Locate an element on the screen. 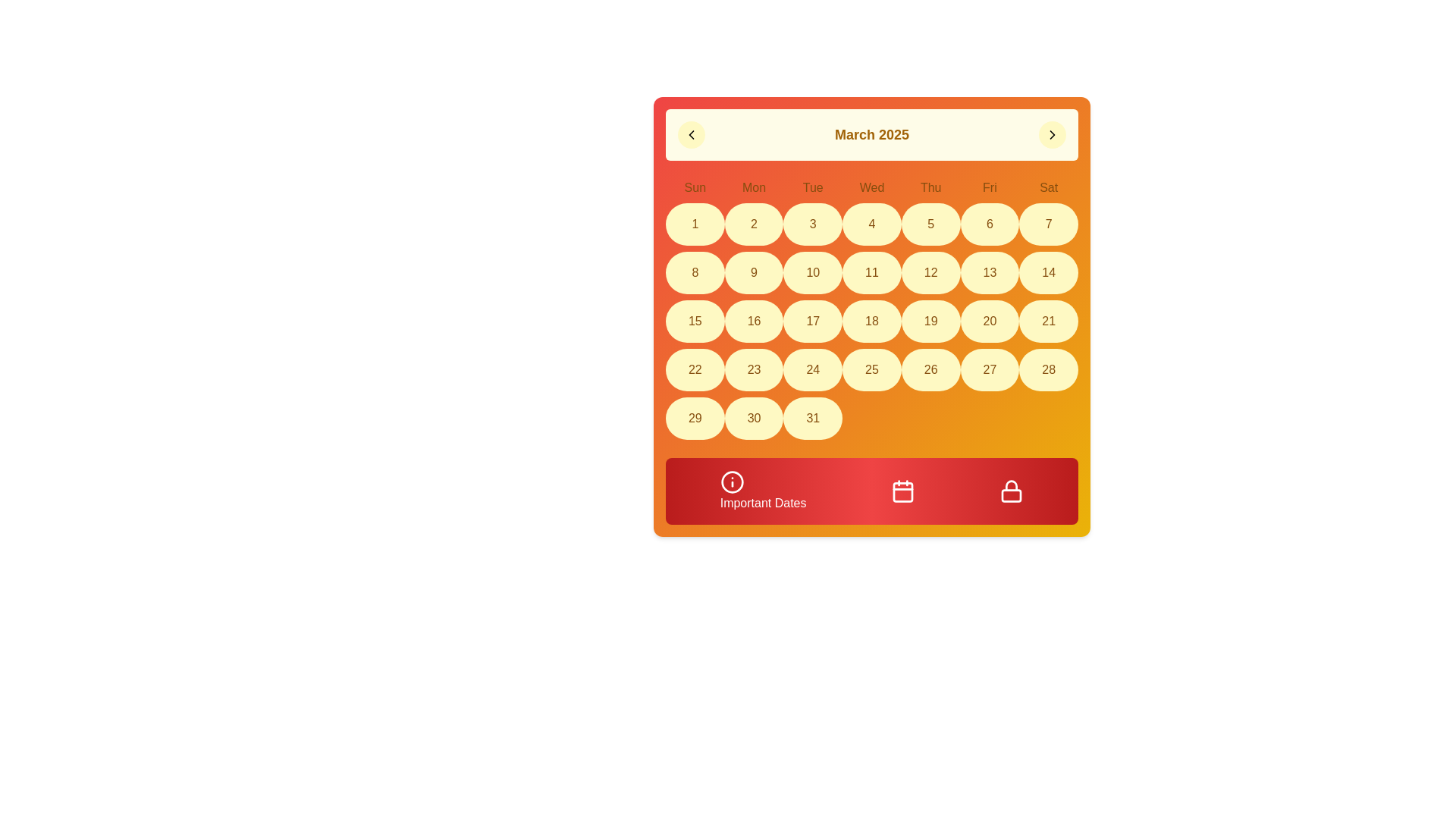  the static text label indicating 'Mon' in the second slot of the day labels in the calendar grid is located at coordinates (754, 187).